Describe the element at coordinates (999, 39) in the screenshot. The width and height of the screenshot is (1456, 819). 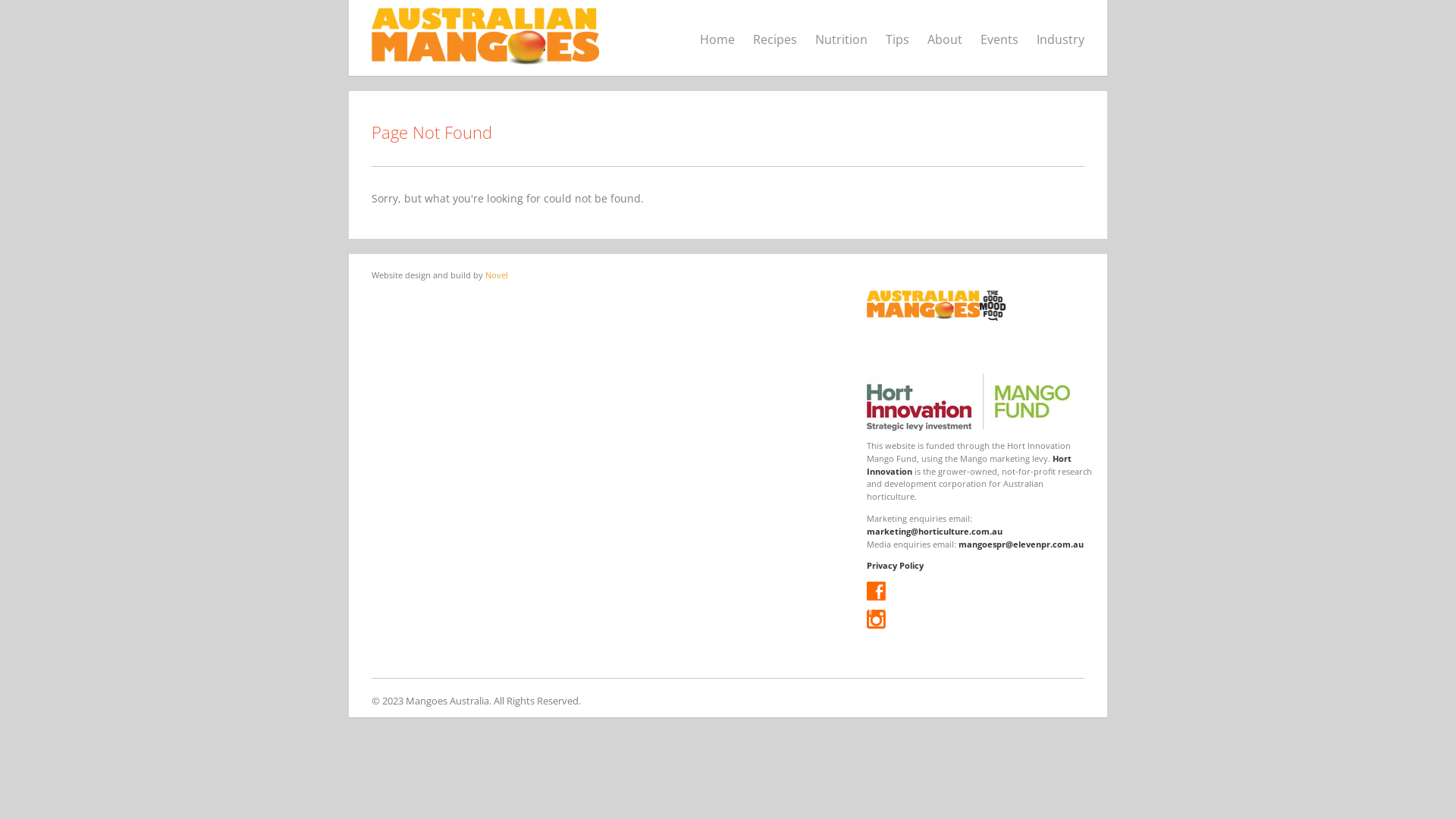
I see `'Events'` at that location.